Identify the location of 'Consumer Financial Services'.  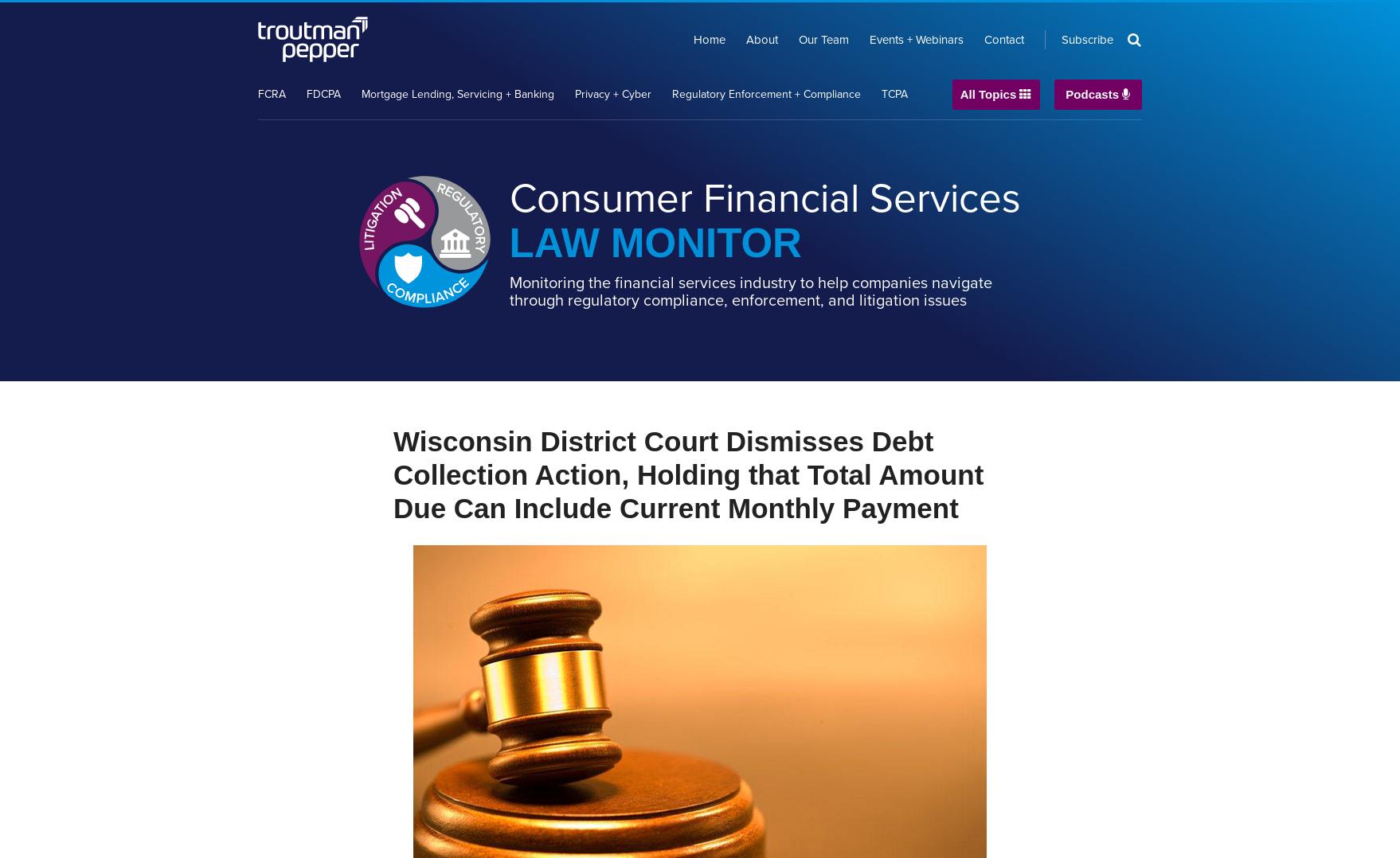
(765, 197).